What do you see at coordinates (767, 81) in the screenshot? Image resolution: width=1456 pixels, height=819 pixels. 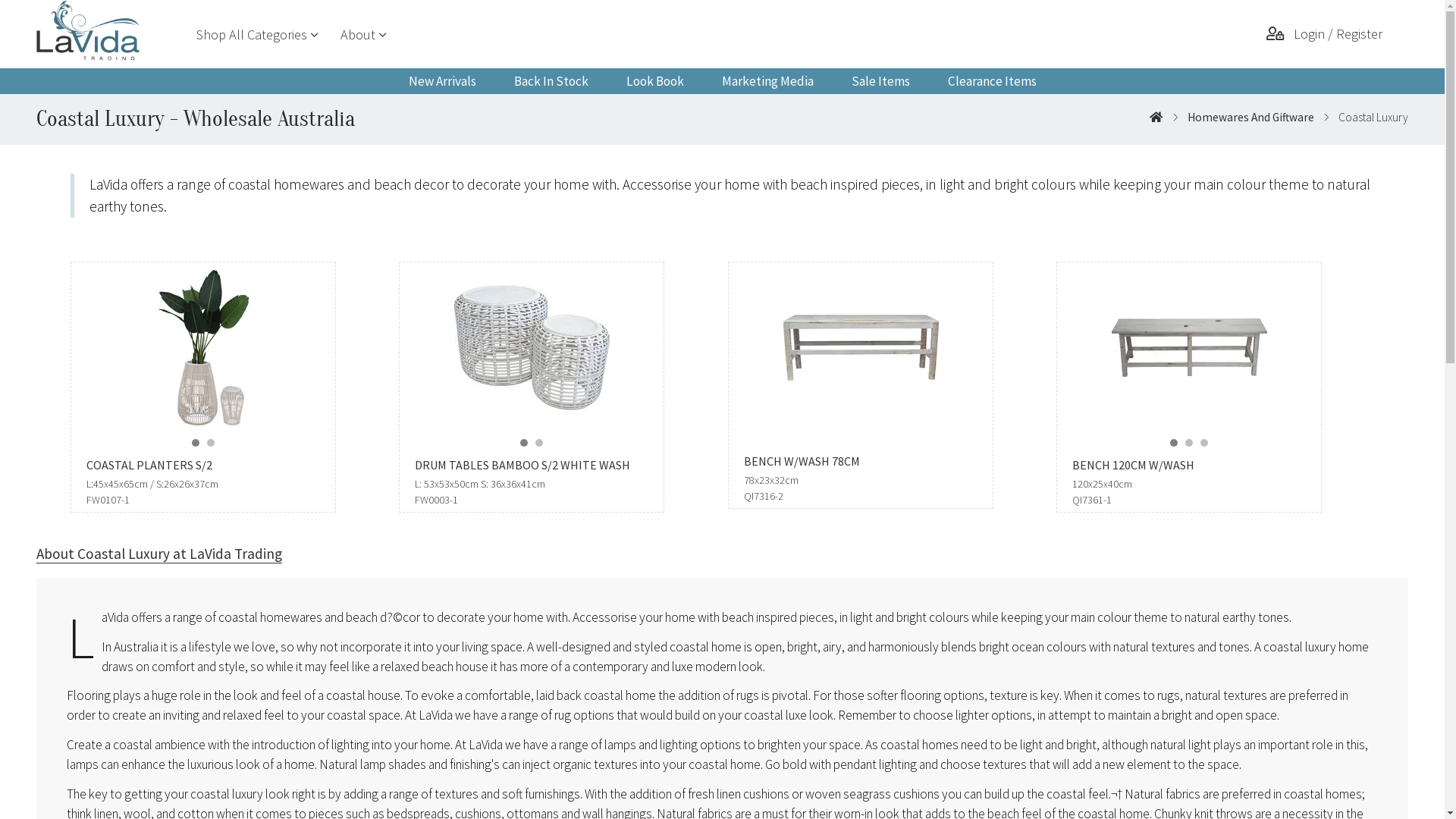 I see `'Marketing Media'` at bounding box center [767, 81].